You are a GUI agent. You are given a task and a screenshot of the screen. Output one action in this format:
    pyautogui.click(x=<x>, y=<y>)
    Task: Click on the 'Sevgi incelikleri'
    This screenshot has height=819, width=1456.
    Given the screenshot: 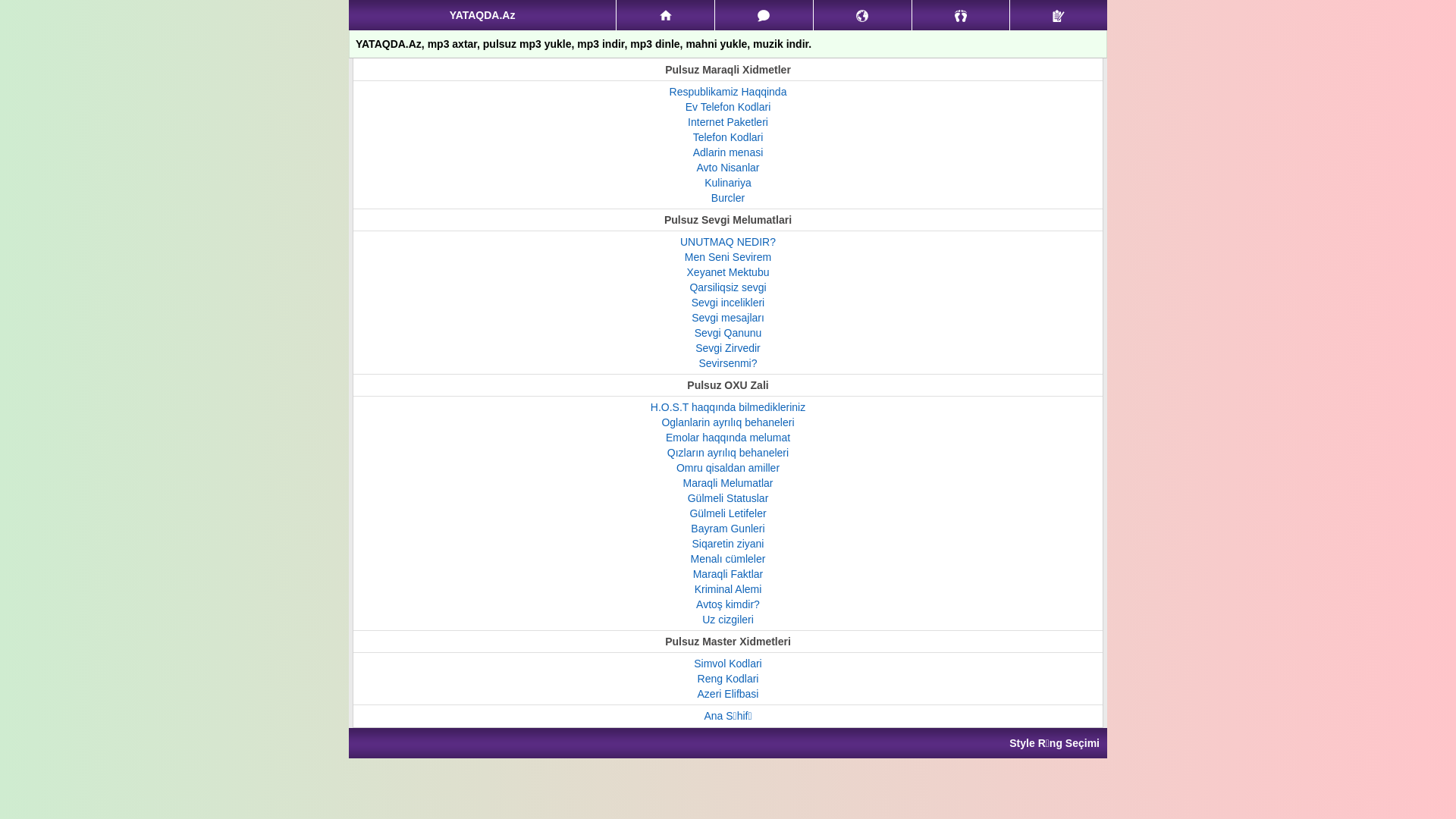 What is the action you would take?
    pyautogui.click(x=691, y=302)
    